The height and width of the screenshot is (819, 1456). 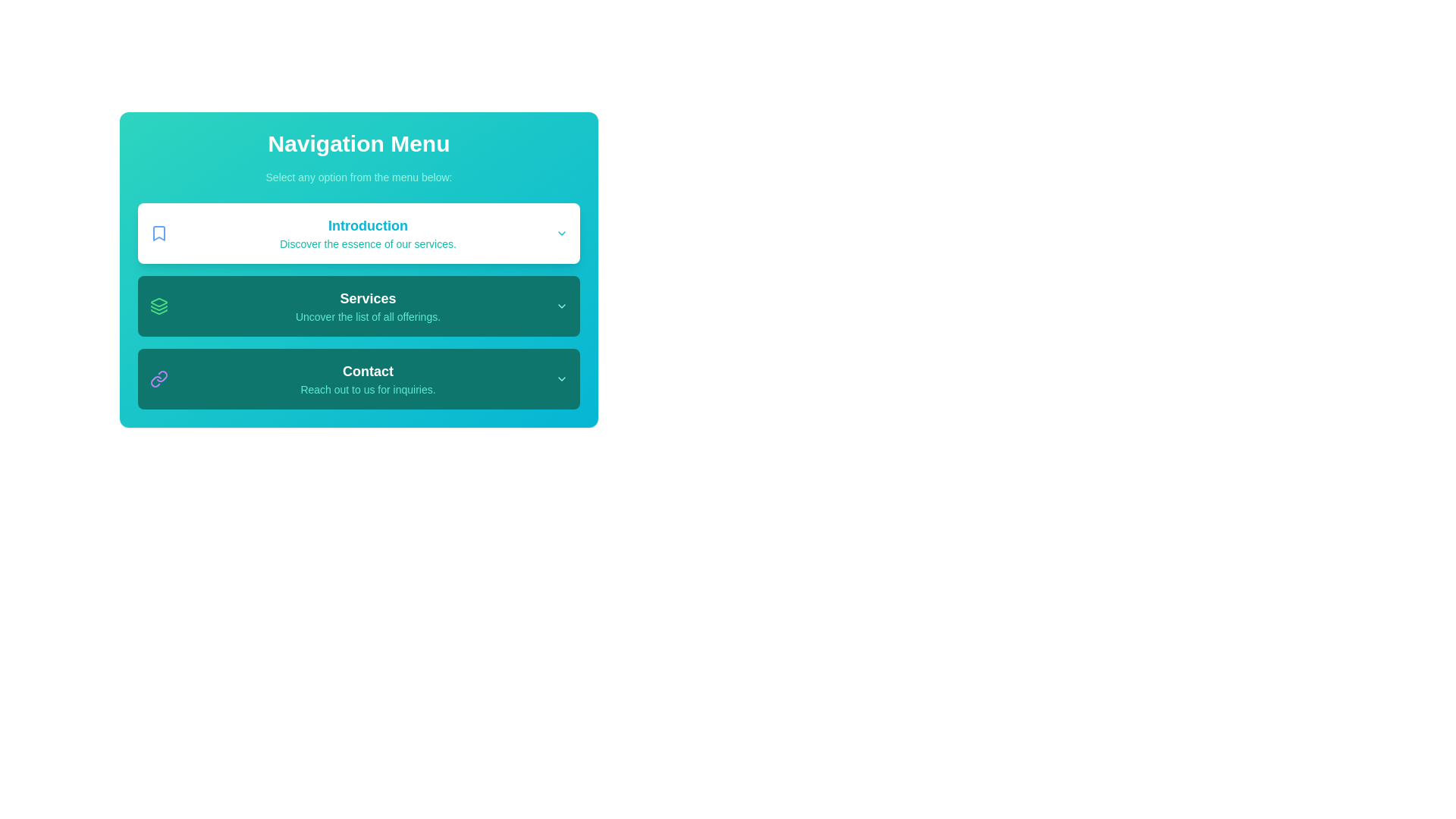 I want to click on descriptive subtitle of the 'Contact' section title in the navigation menu, which is displayed within a teal box accompanied by an icon on the left and a downward-chevron on the right, so click(x=368, y=378).